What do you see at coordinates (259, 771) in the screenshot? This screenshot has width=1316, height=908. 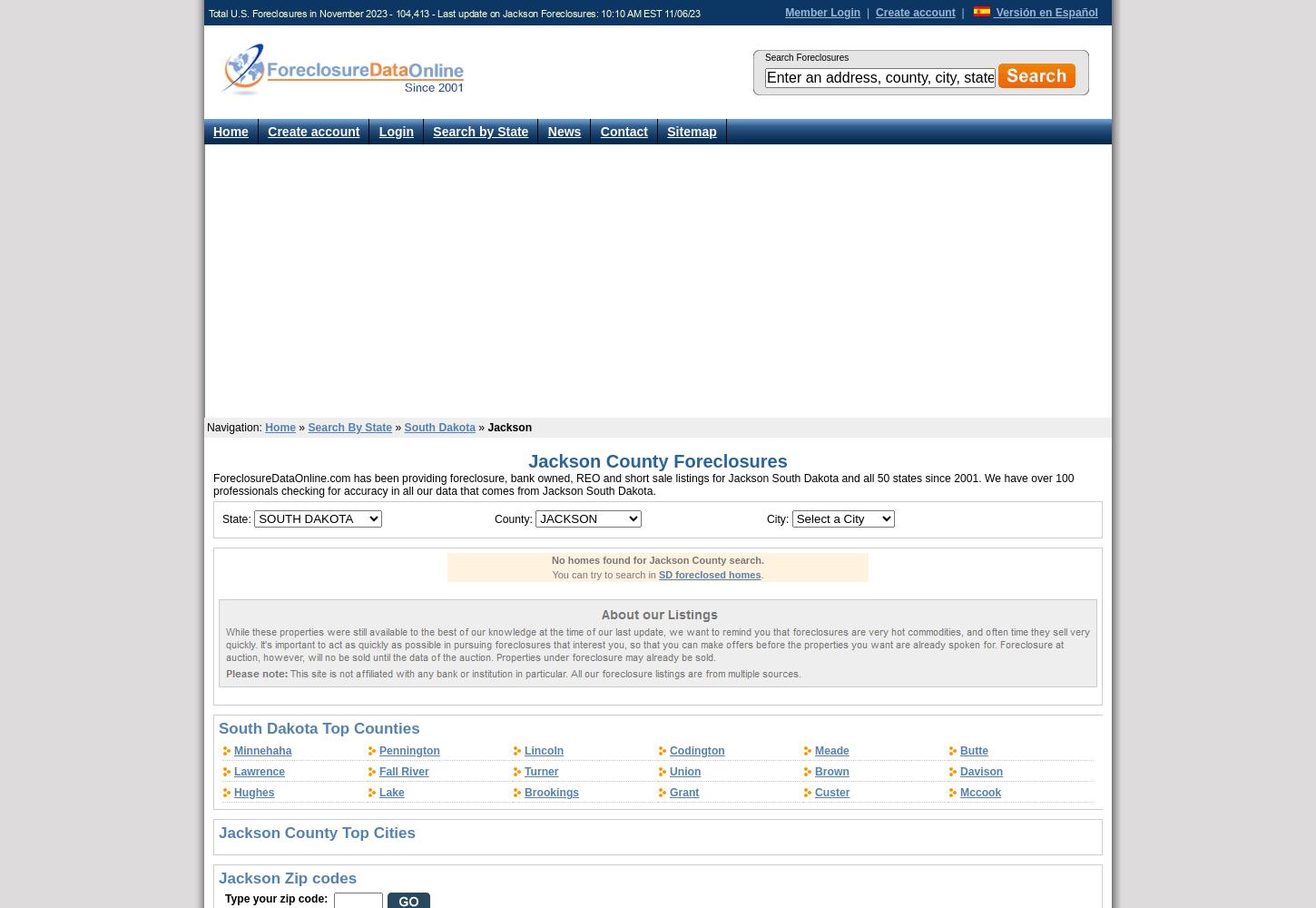 I see `'Lawrence'` at bounding box center [259, 771].